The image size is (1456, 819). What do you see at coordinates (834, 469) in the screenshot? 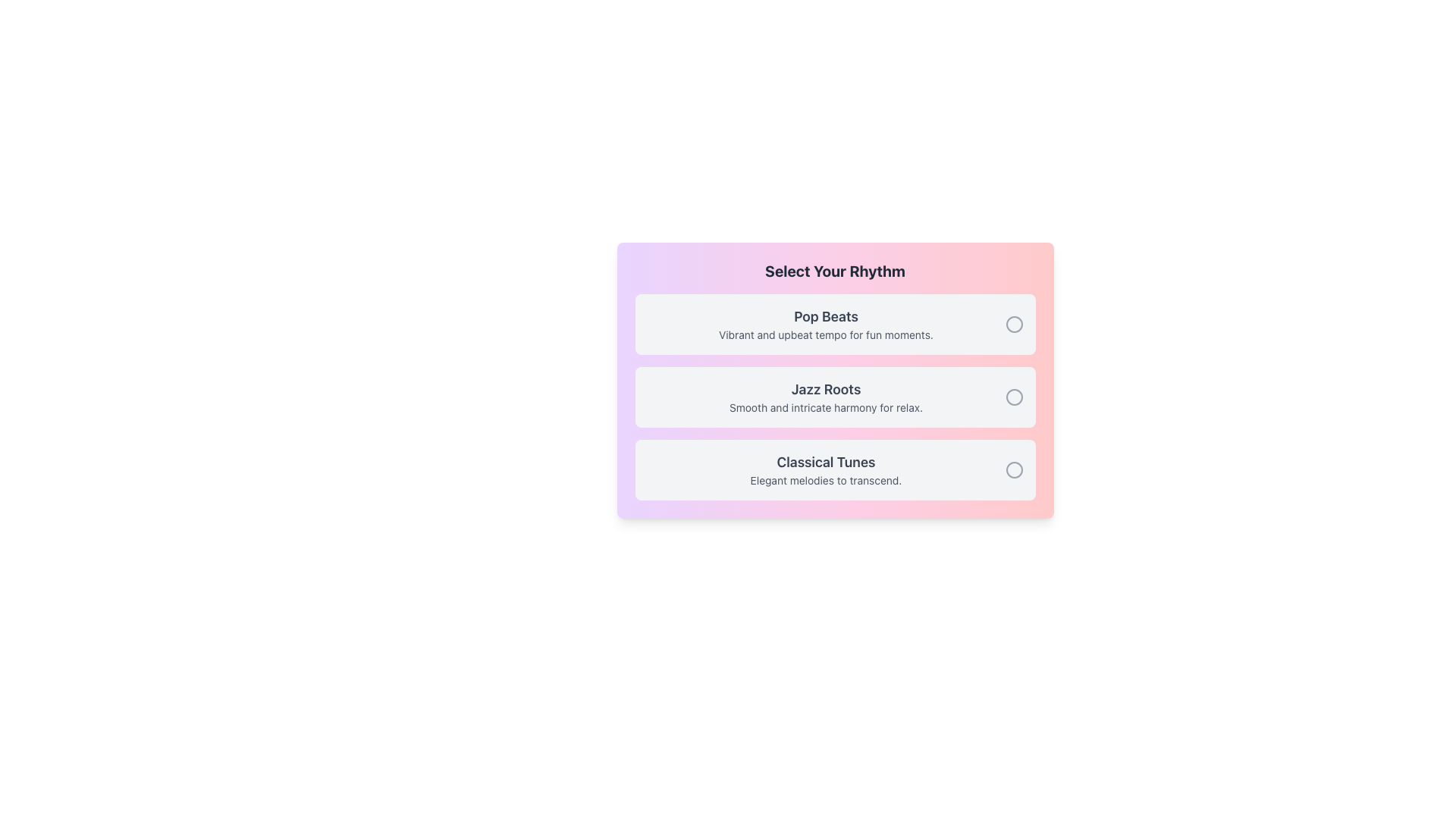
I see `the selectable card option representing a music theme` at bounding box center [834, 469].